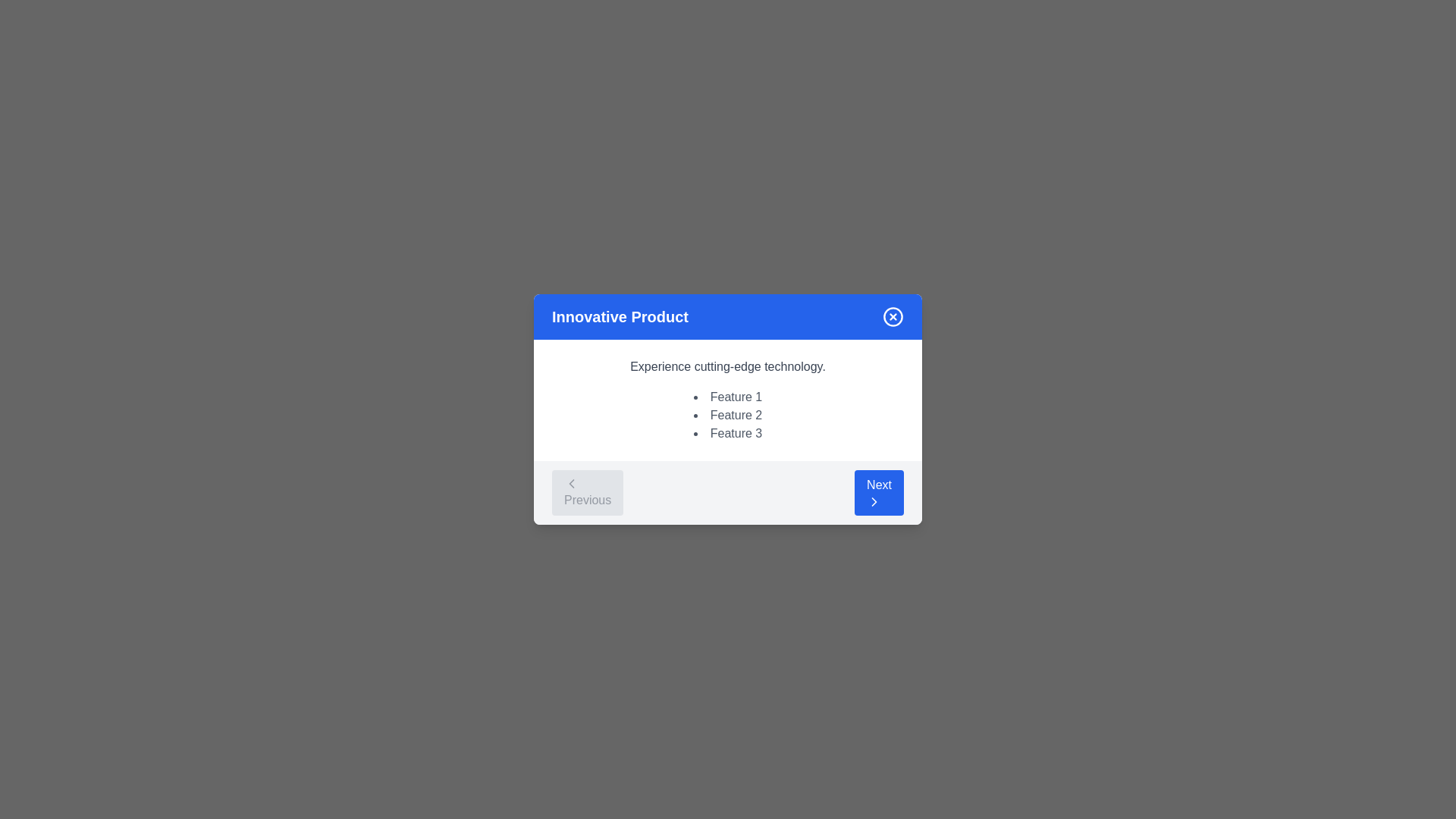 The height and width of the screenshot is (819, 1456). Describe the element at coordinates (728, 397) in the screenshot. I see `the text element displaying 'Feature 1', which is the first item in a bulleted list under the heading 'Innovative Product' in a modal dialog box` at that location.